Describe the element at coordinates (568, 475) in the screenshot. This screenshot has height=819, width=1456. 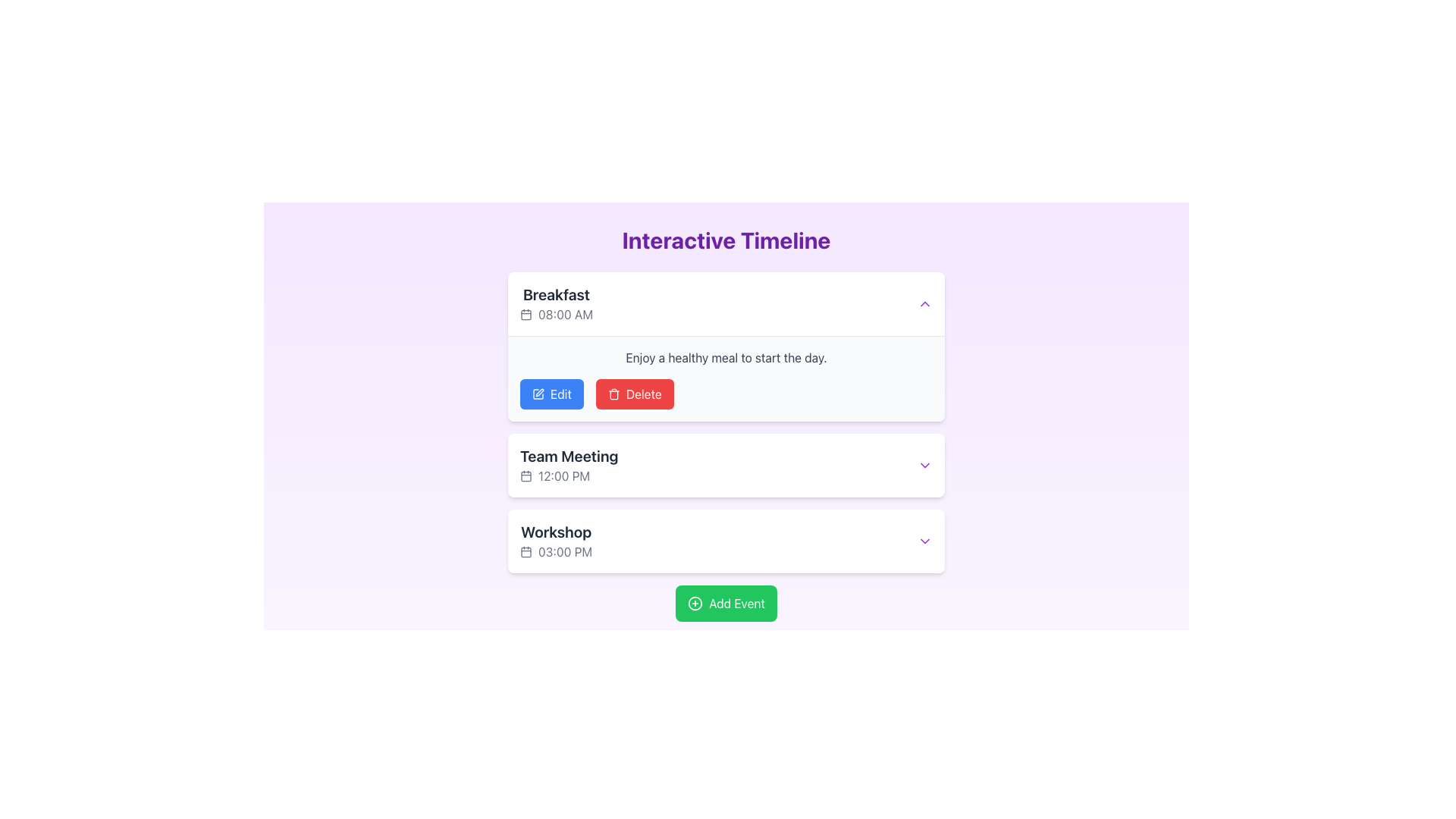
I see `the static label displaying the scheduled time '12:00 PM' for the 'Team Meeting' event, which is positioned below the event title and above additional details` at that location.